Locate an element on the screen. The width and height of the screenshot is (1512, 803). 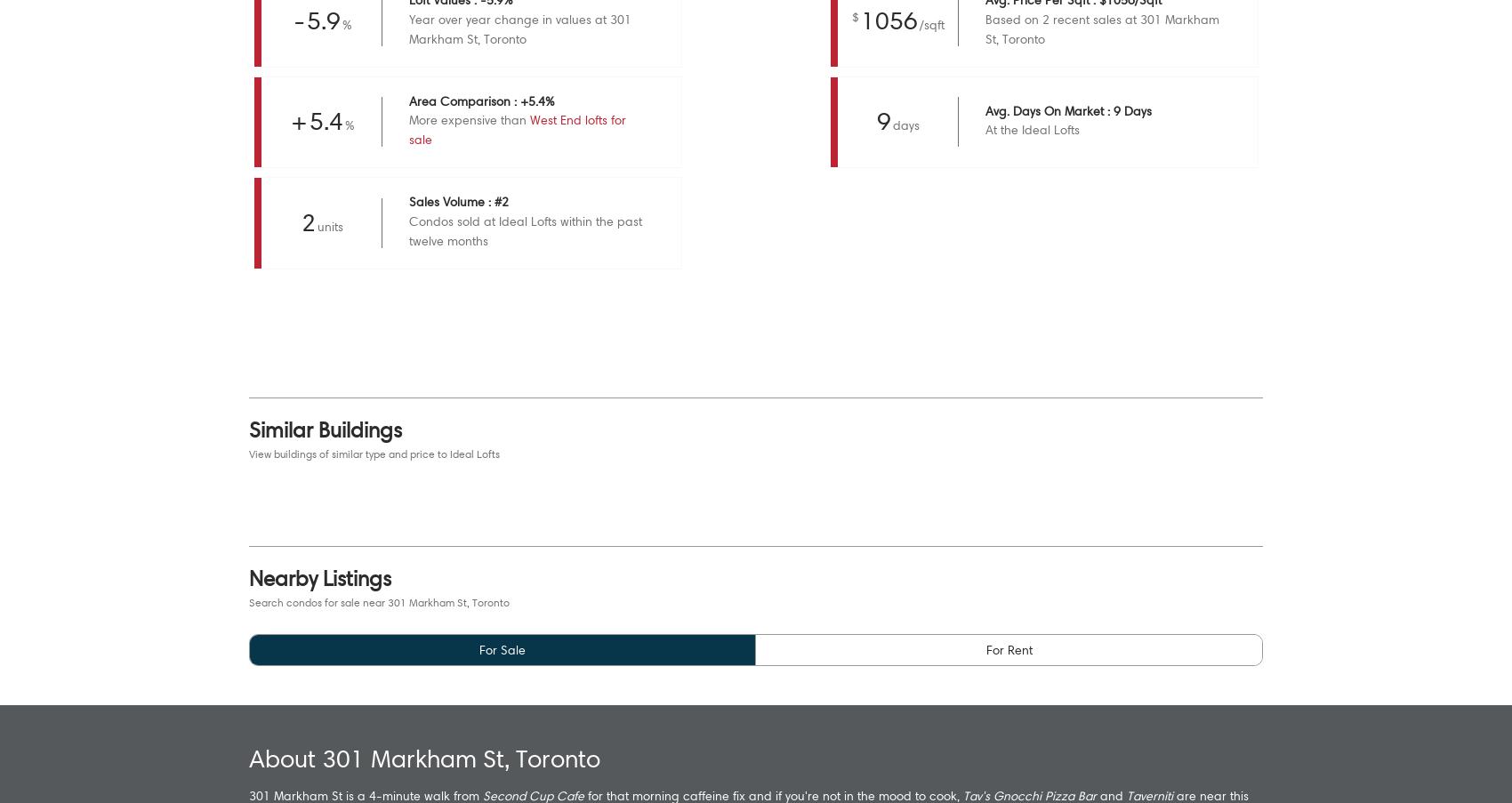
'More
expensive than' is located at coordinates (470, 118).